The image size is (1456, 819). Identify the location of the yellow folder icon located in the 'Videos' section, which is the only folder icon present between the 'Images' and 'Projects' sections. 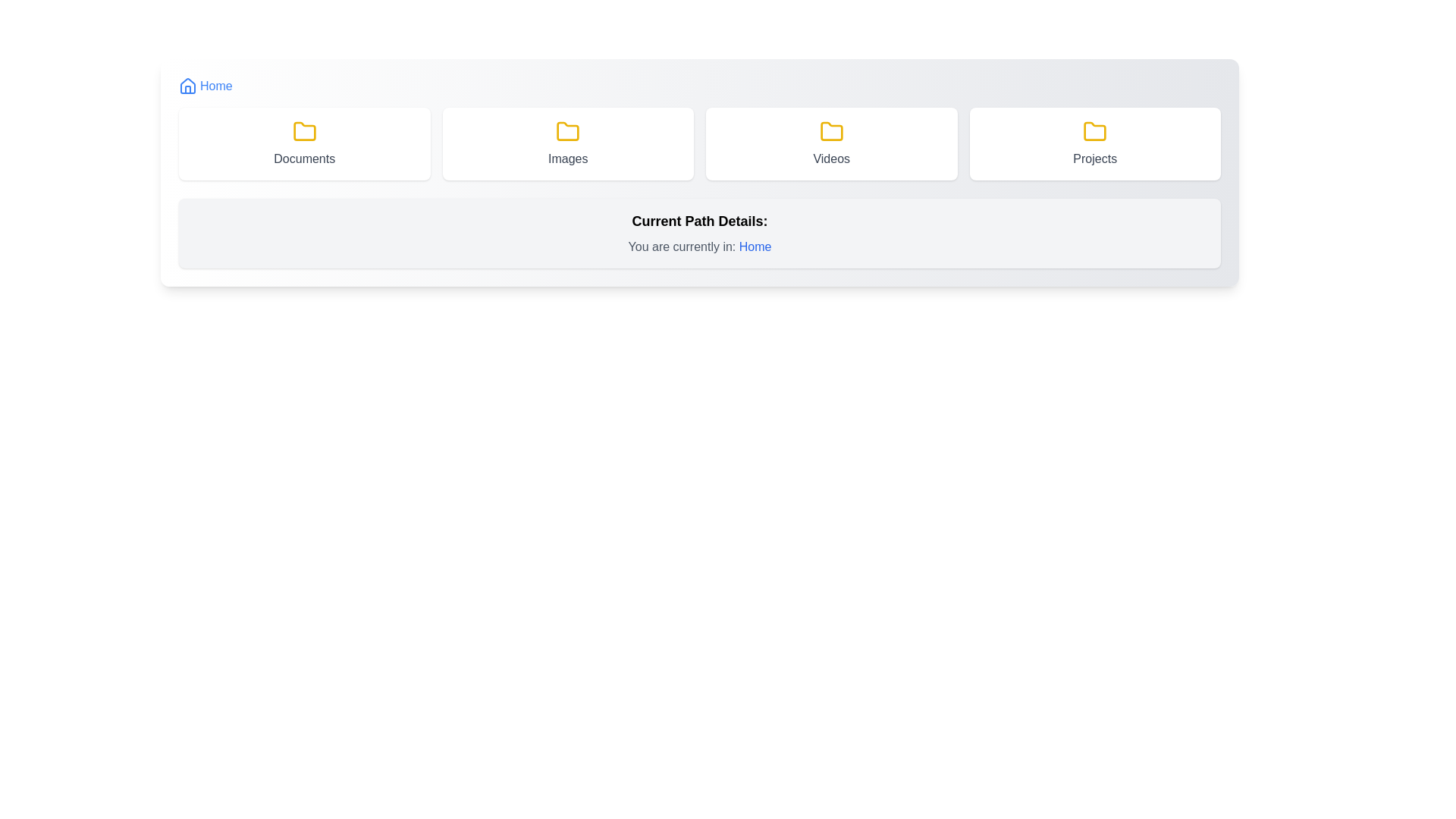
(830, 130).